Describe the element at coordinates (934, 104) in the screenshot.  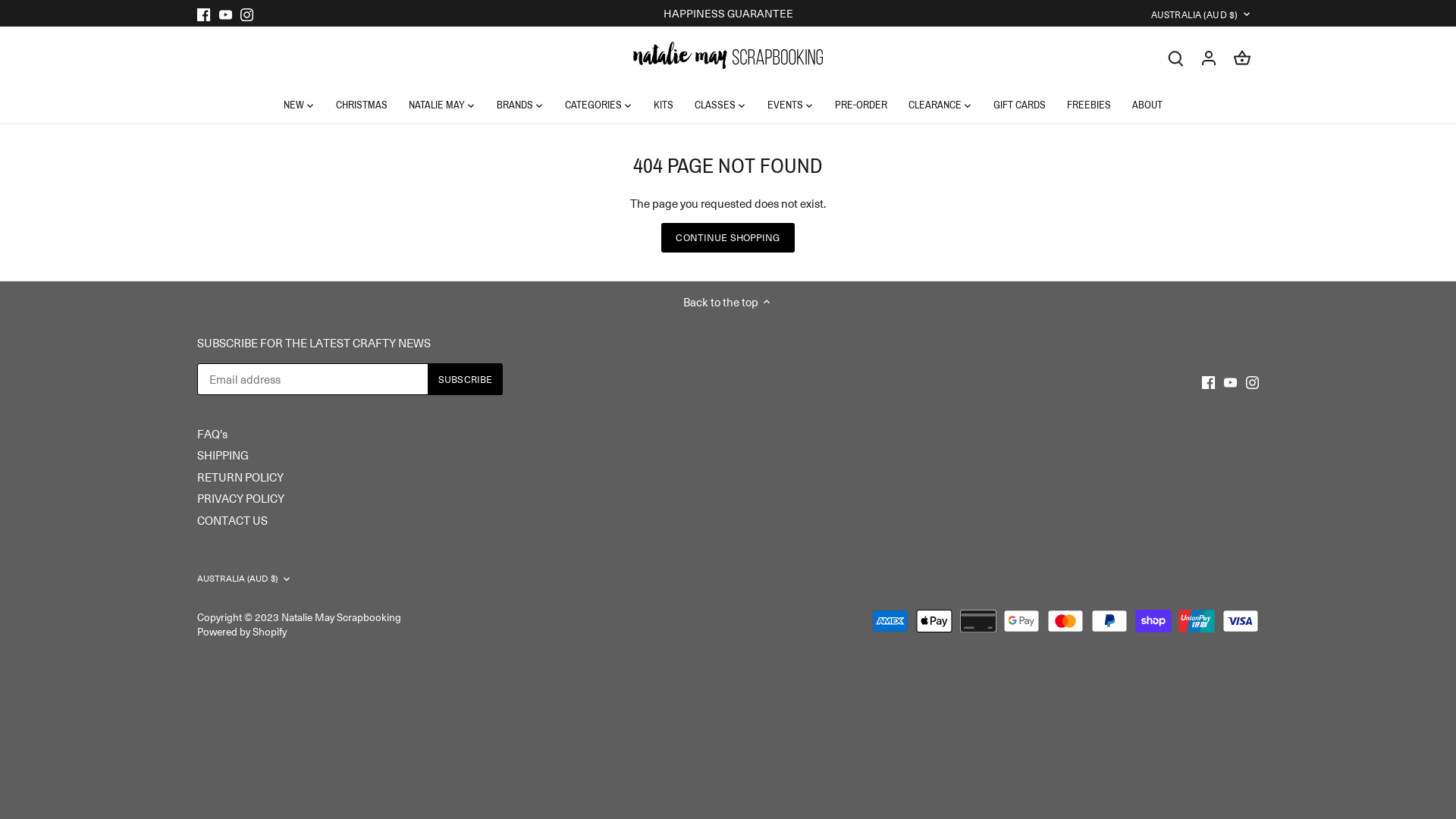
I see `'CLEARANCE'` at that location.